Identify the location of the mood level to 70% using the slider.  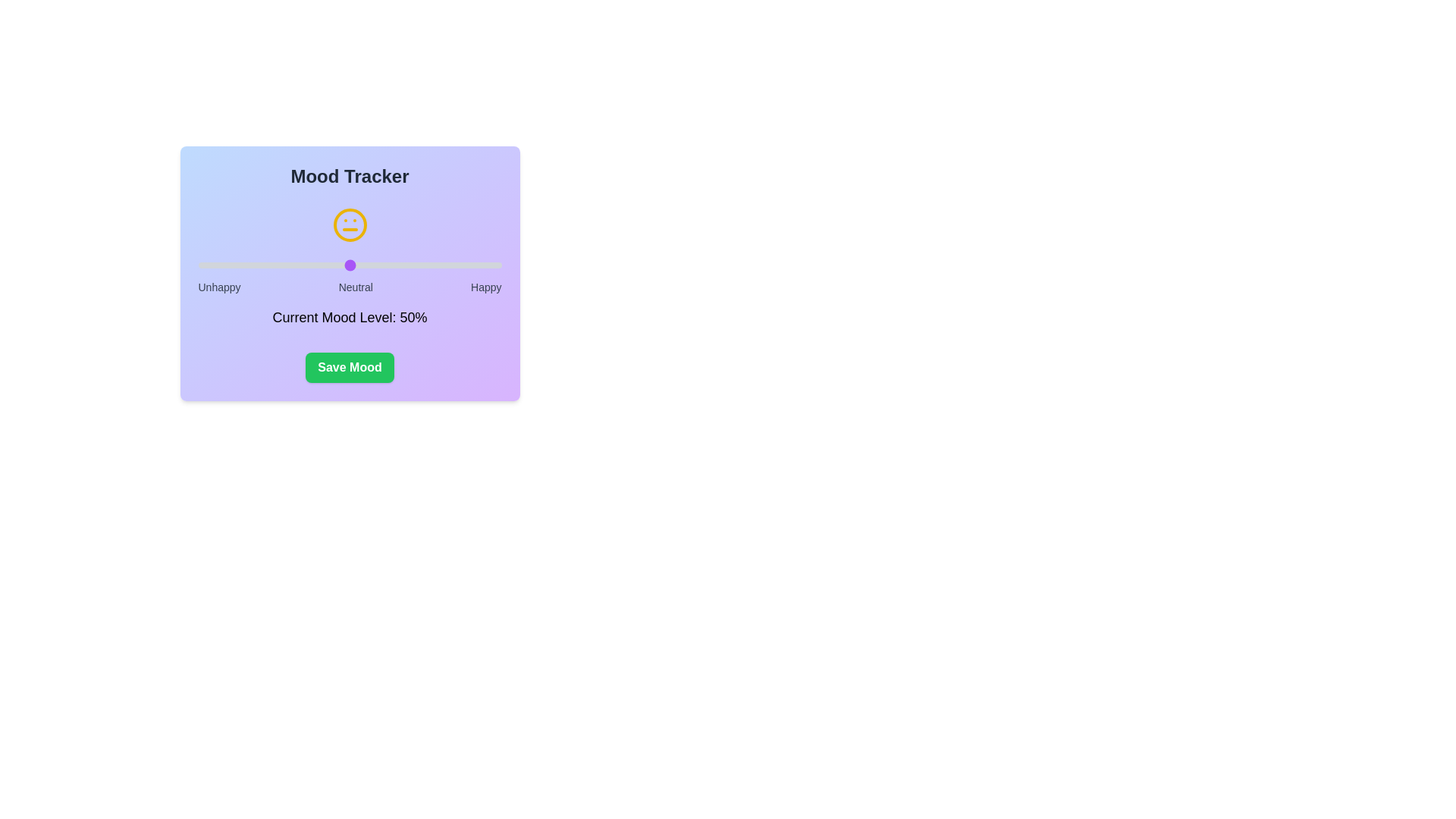
(410, 265).